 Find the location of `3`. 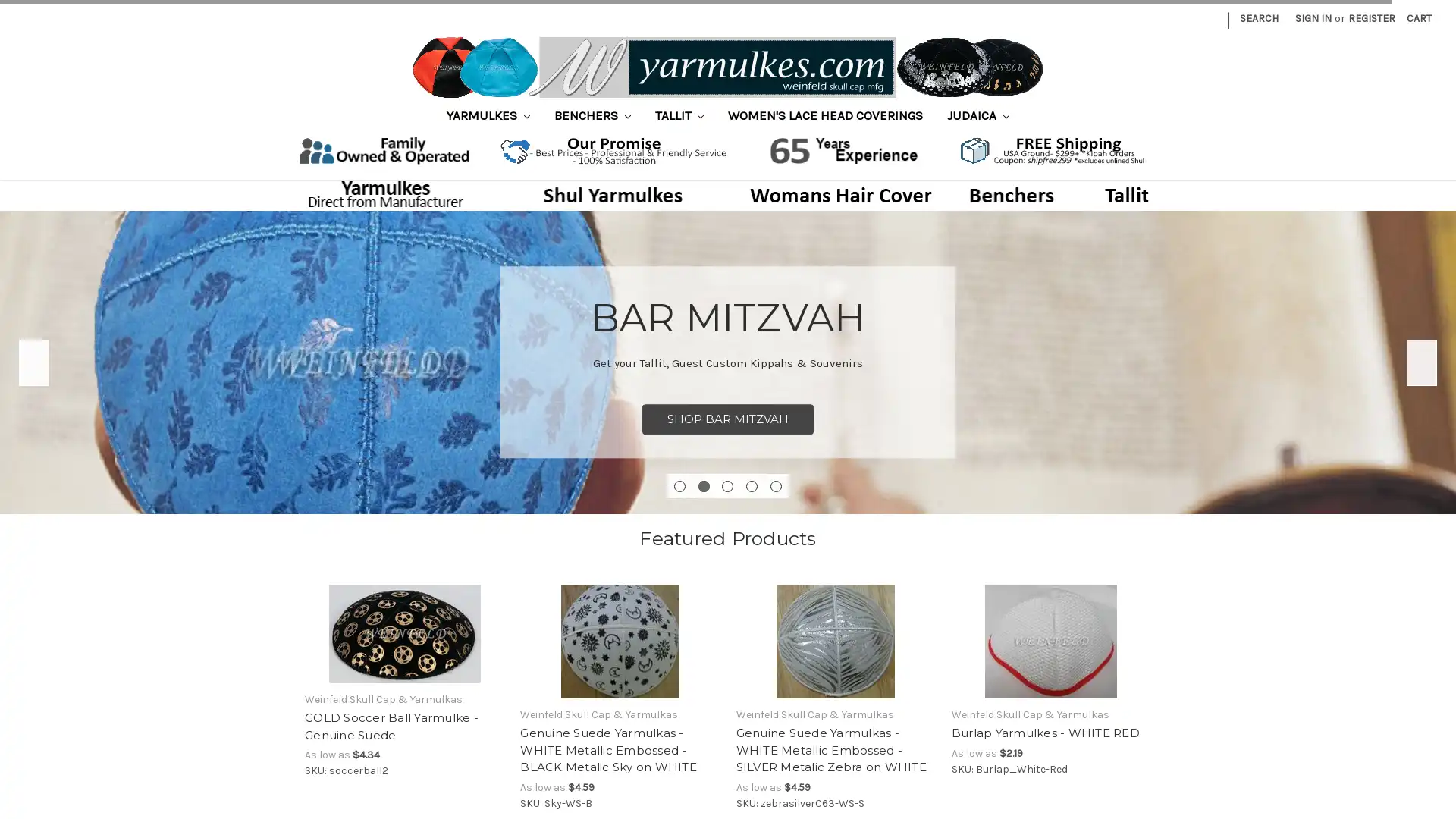

3 is located at coordinates (726, 485).